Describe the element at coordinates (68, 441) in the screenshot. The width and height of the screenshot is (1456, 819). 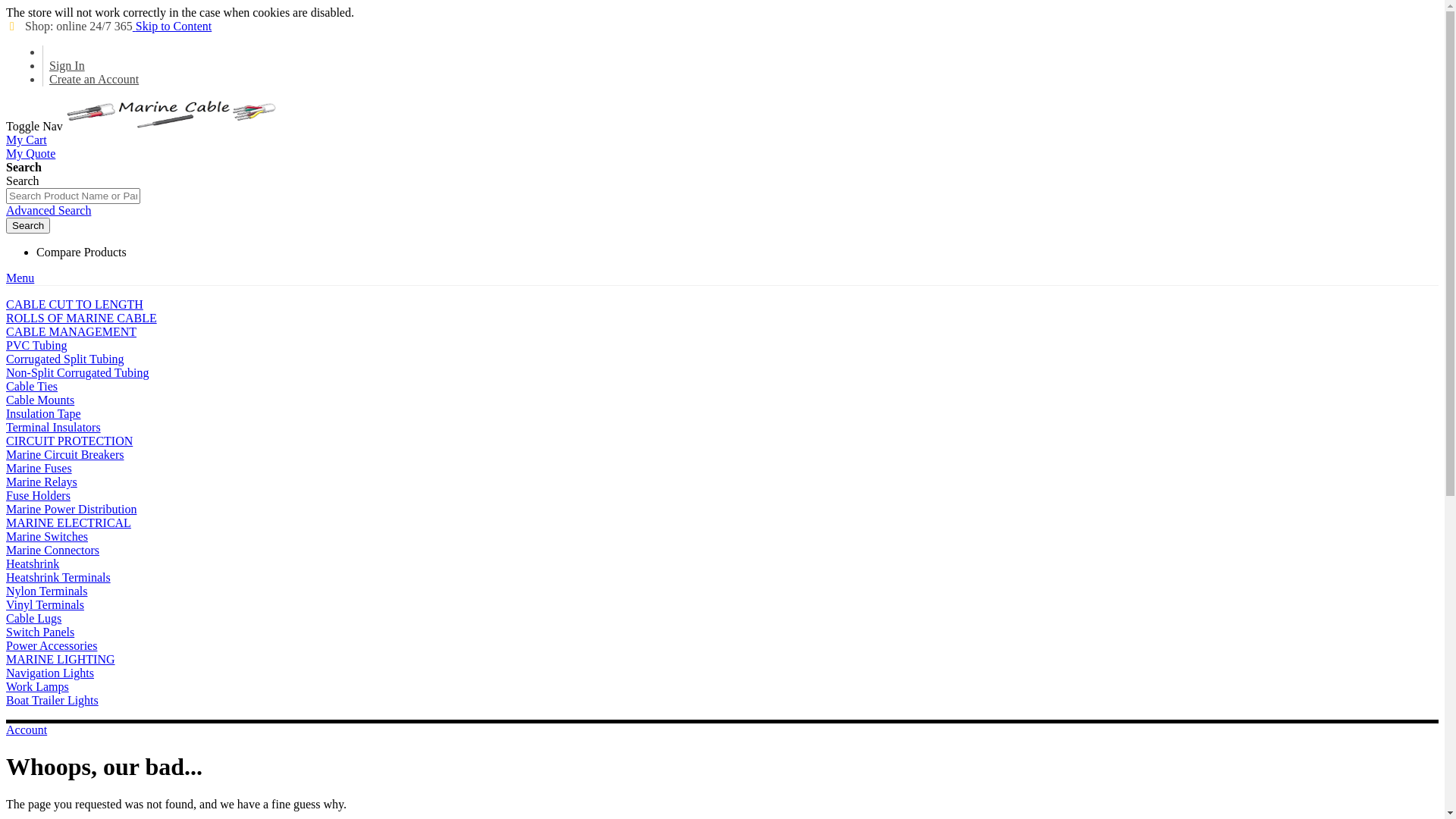
I see `'CIRCUIT PROTECTION'` at that location.